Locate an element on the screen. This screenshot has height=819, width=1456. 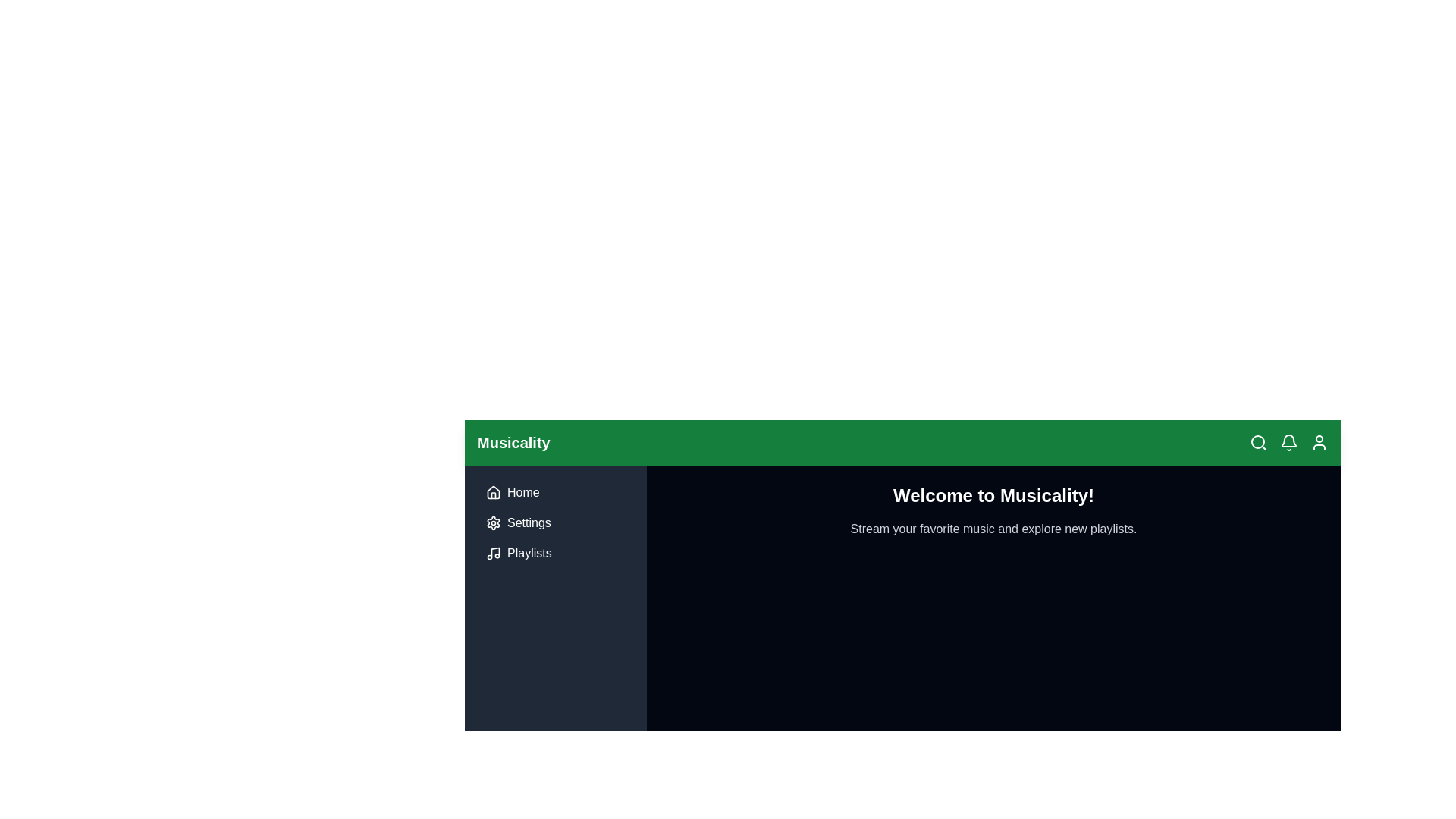
the 'Playlists' icon in the navigation menu located on the left side of the interface is located at coordinates (494, 553).